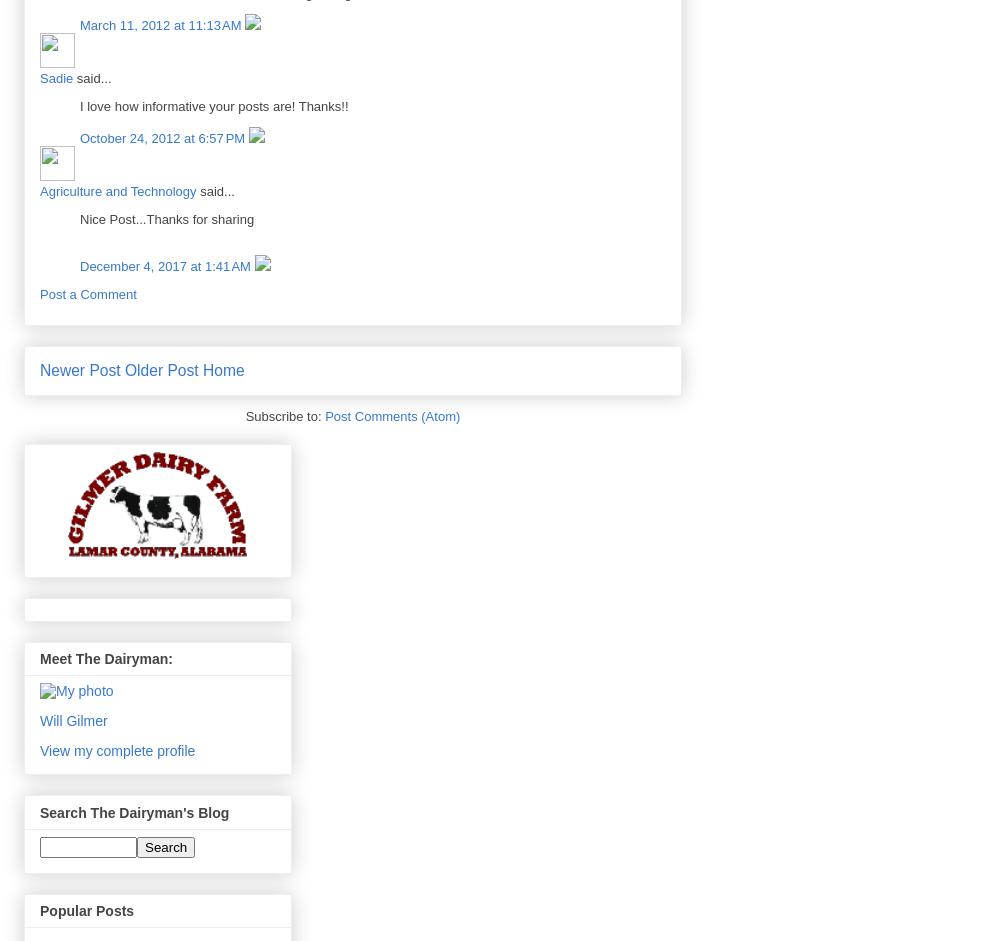 The height and width of the screenshot is (941, 998). What do you see at coordinates (40, 77) in the screenshot?
I see `'Sadie'` at bounding box center [40, 77].